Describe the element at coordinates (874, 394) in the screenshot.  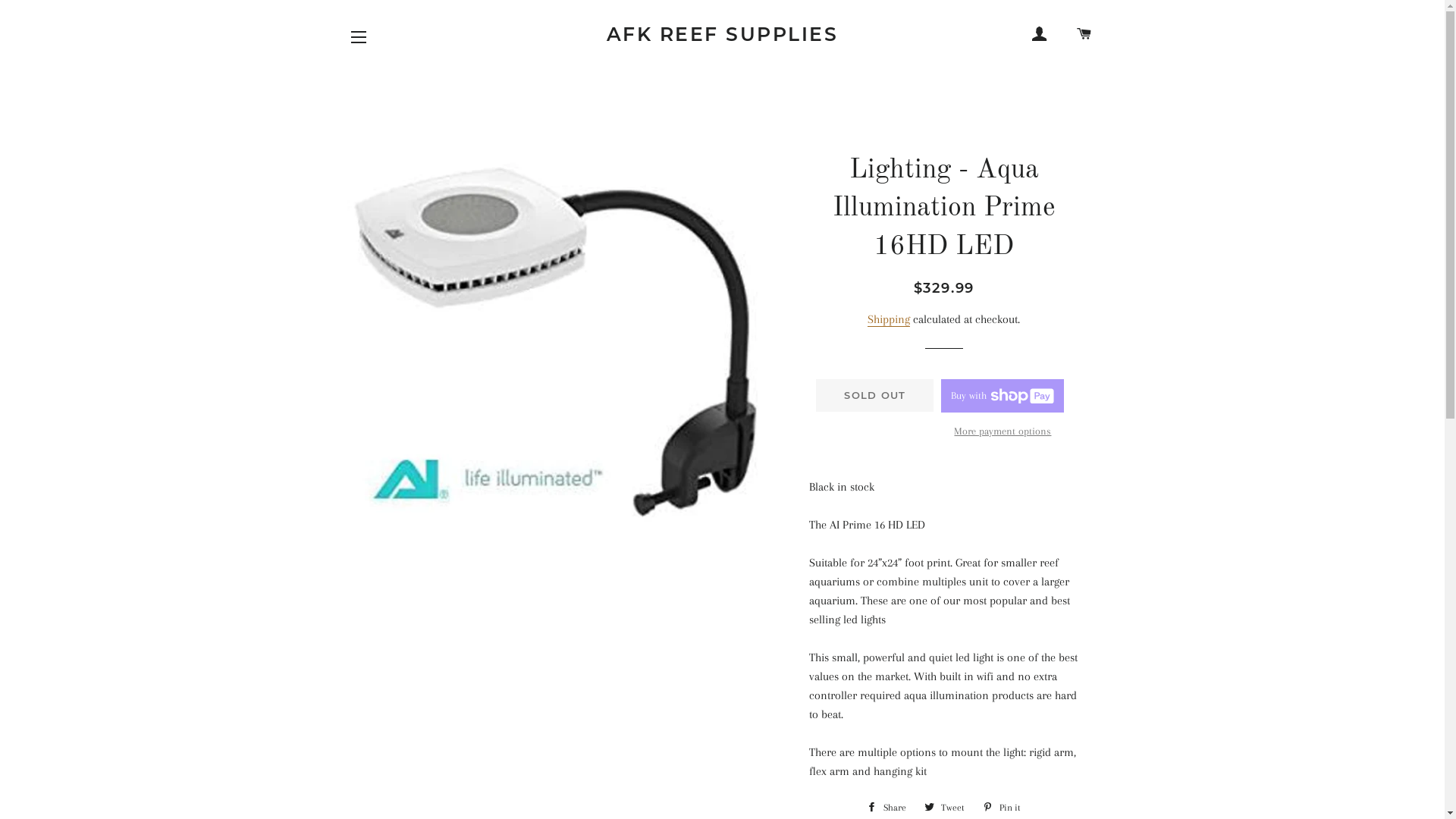
I see `'SOLD OUT'` at that location.